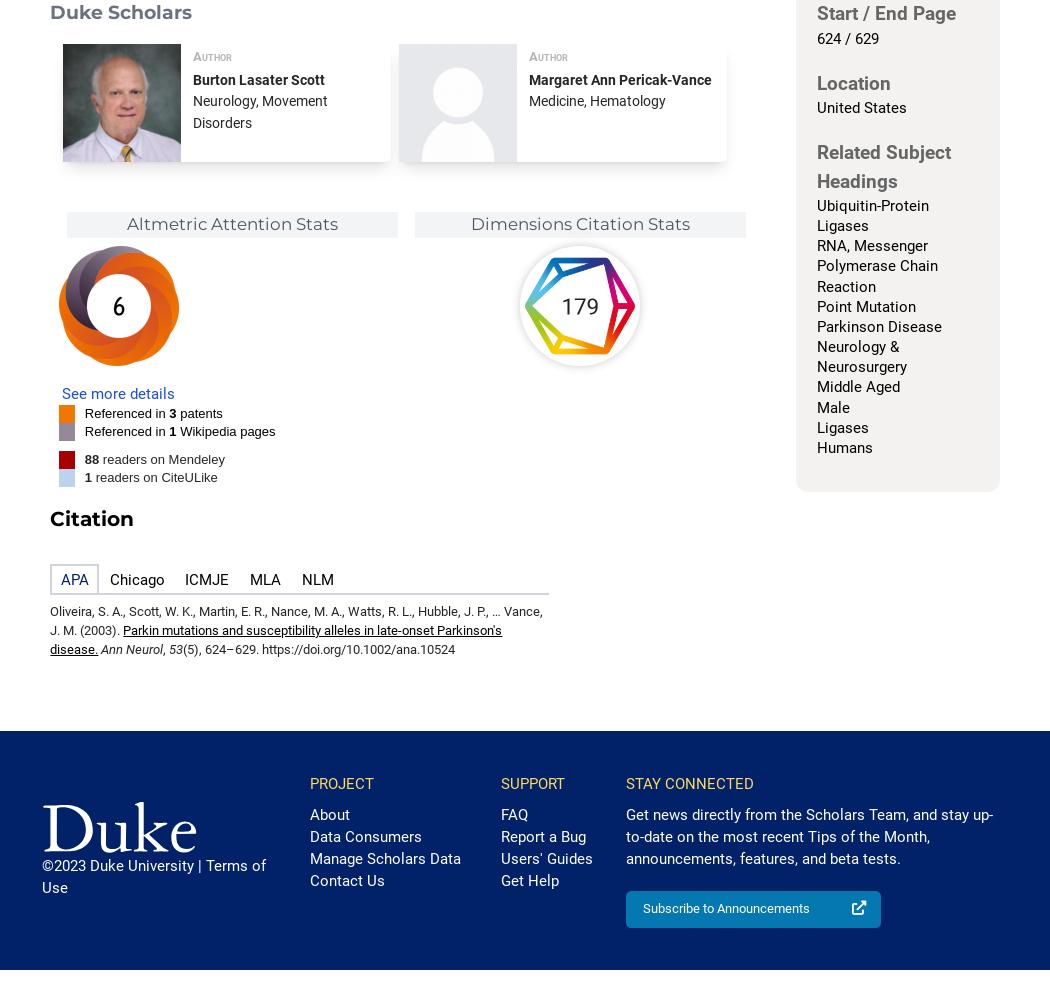  I want to click on 'readers on Mendeley', so click(162, 458).